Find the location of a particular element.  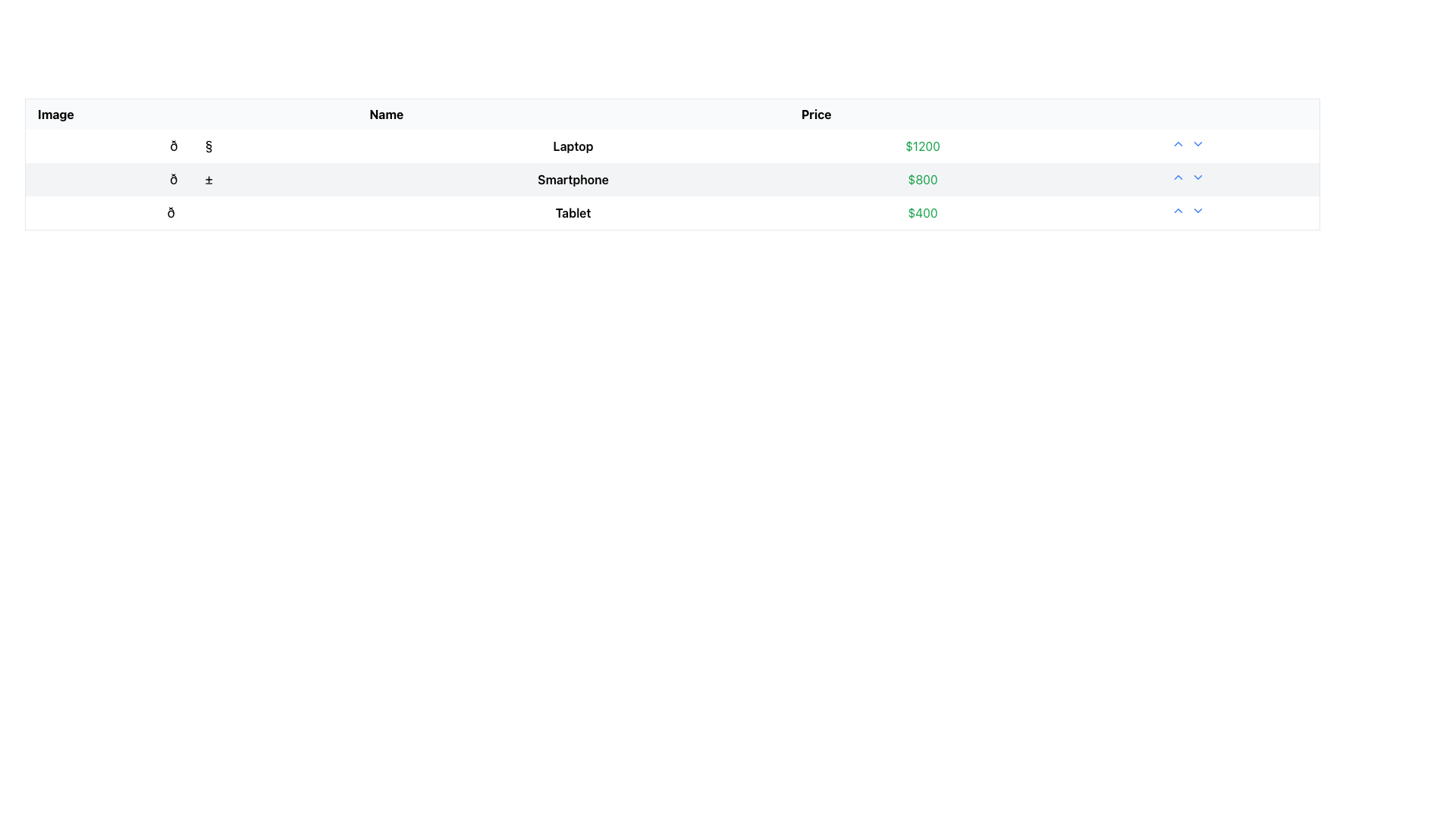

the text label displaying the price '$1200' for the 'Laptop' item is located at coordinates (922, 146).